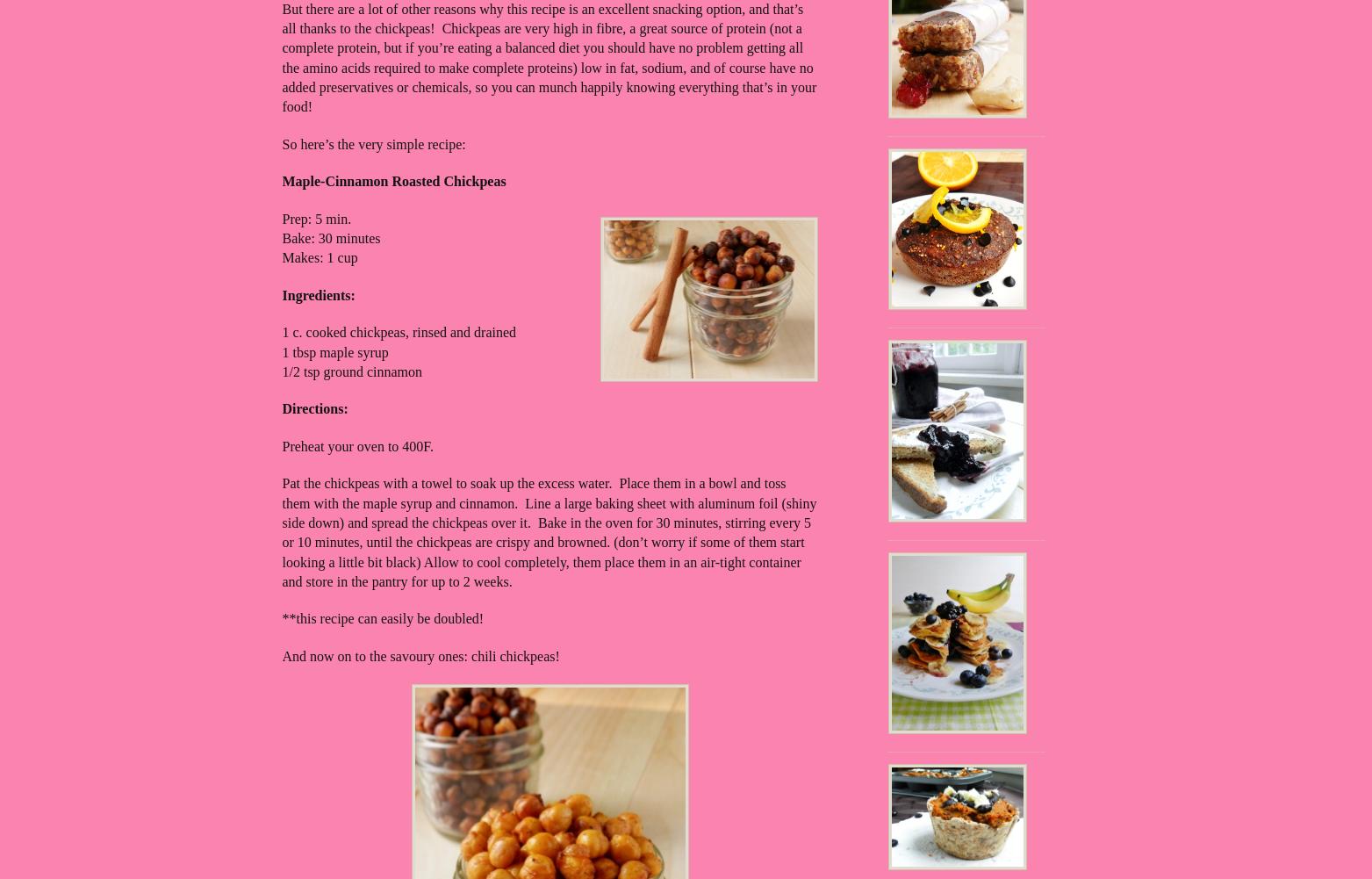 This screenshot has width=1372, height=879. Describe the element at coordinates (282, 331) in the screenshot. I see `'1 c. cooked chickpeas, rinsed and drained'` at that location.